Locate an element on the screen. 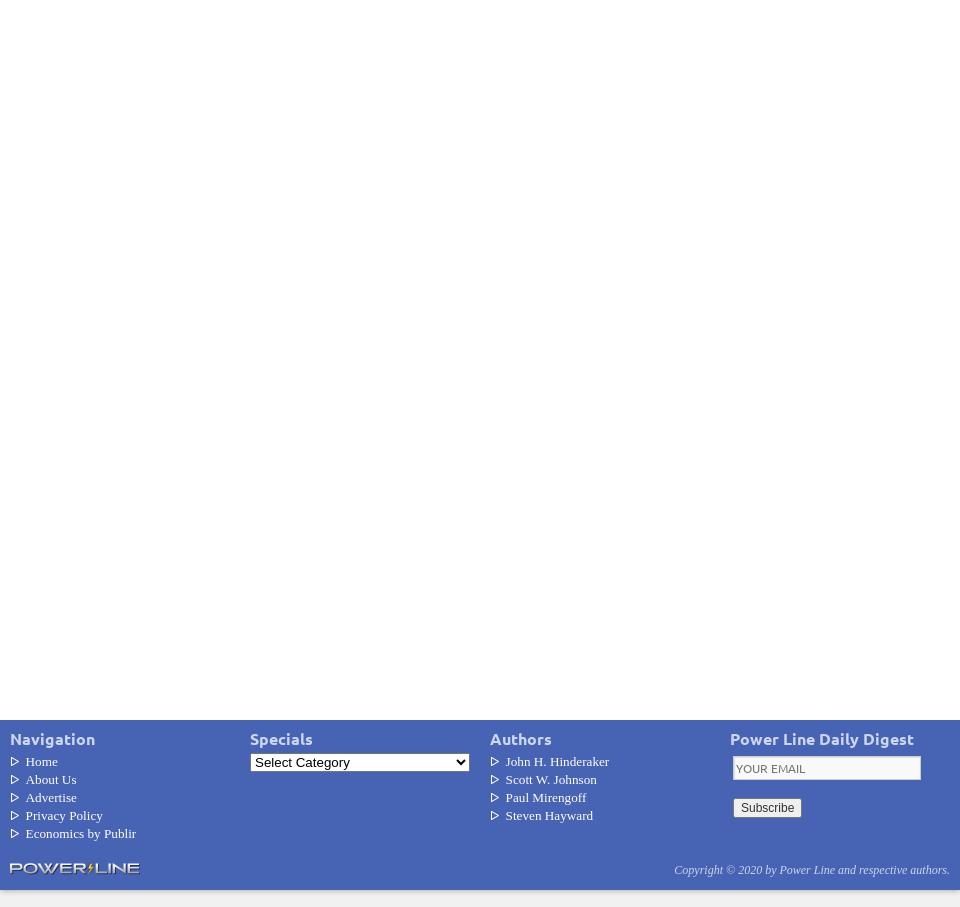 This screenshot has height=907, width=960. 'Copyright © 2020 by Power Line and respective authors.' is located at coordinates (811, 868).